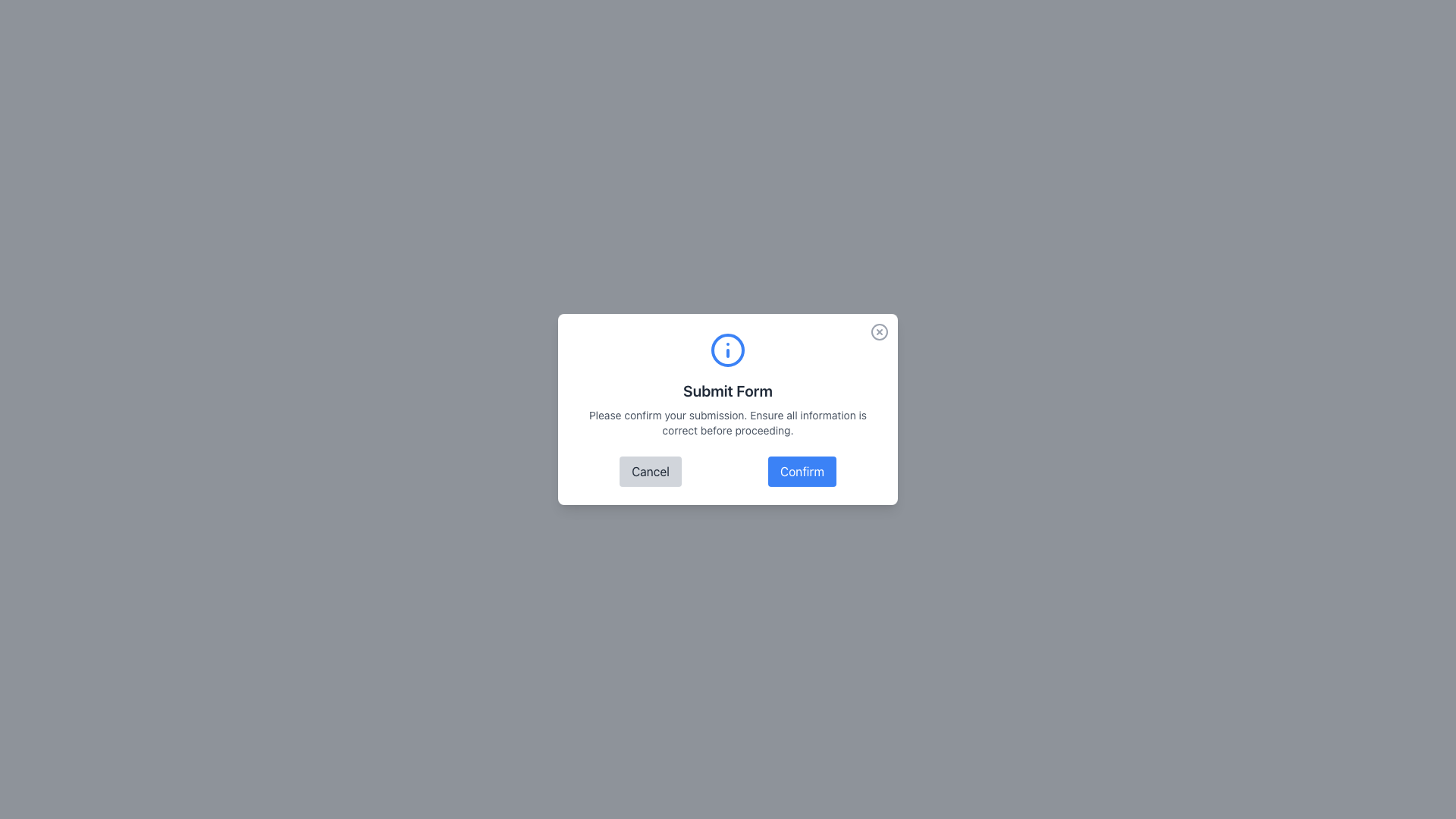 Image resolution: width=1456 pixels, height=819 pixels. I want to click on the blue circular information icon with an 'i' in the center, located at the top-center of the 'Submit Form' modal window, so click(728, 350).